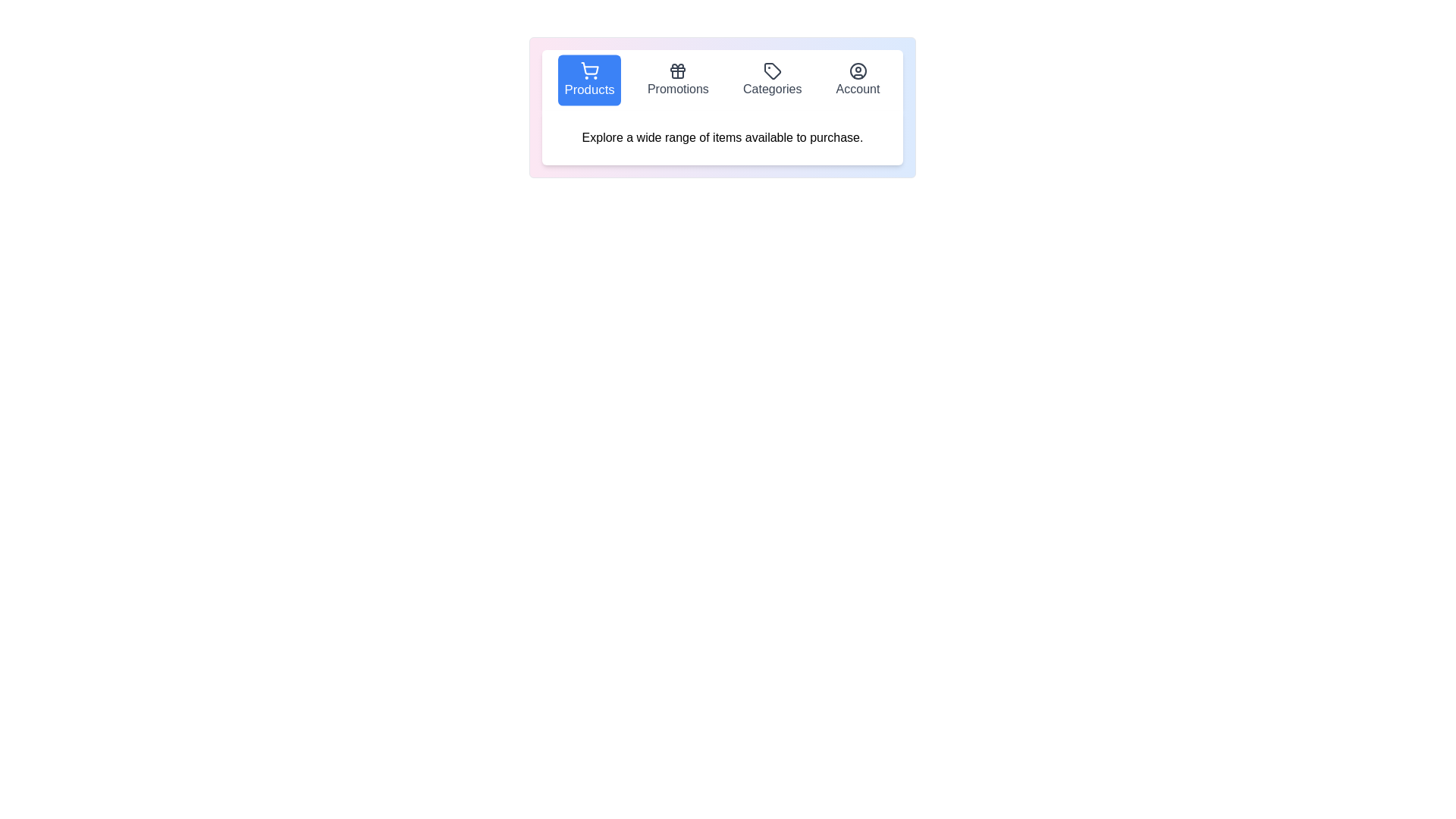  What do you see at coordinates (772, 80) in the screenshot?
I see `the tab labeled Categories to select it` at bounding box center [772, 80].